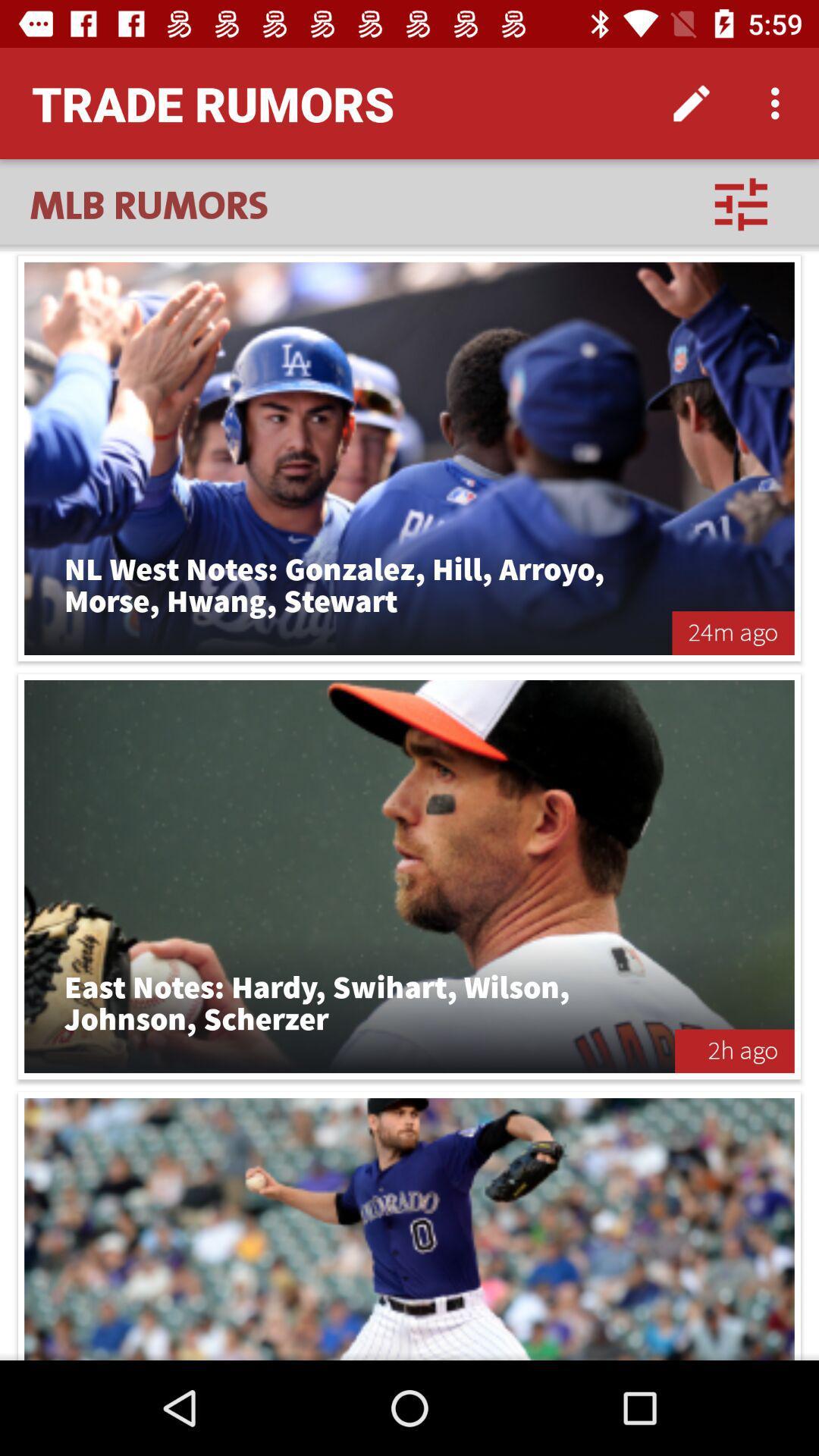  I want to click on the sliders icon, so click(740, 203).